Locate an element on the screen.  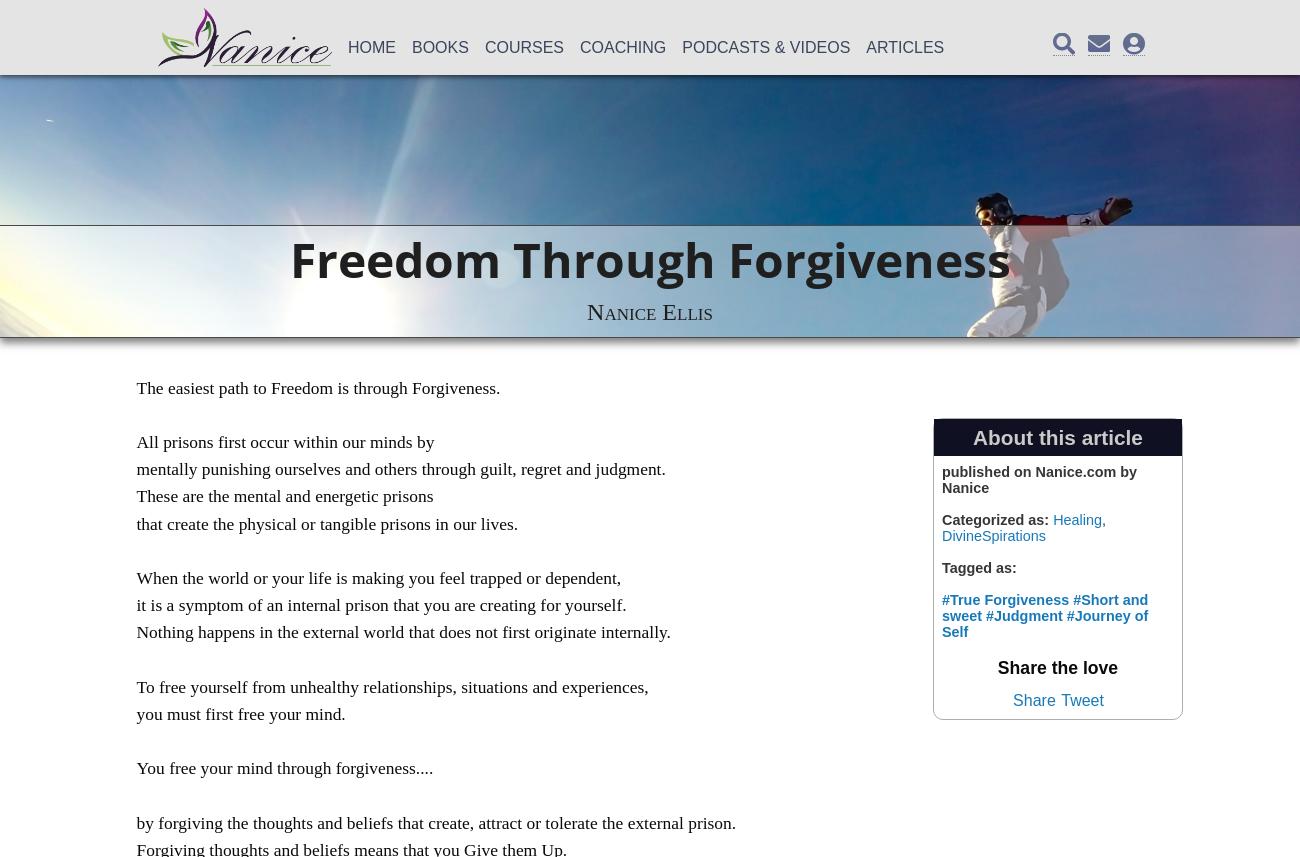
'Coaching' is located at coordinates (622, 46).